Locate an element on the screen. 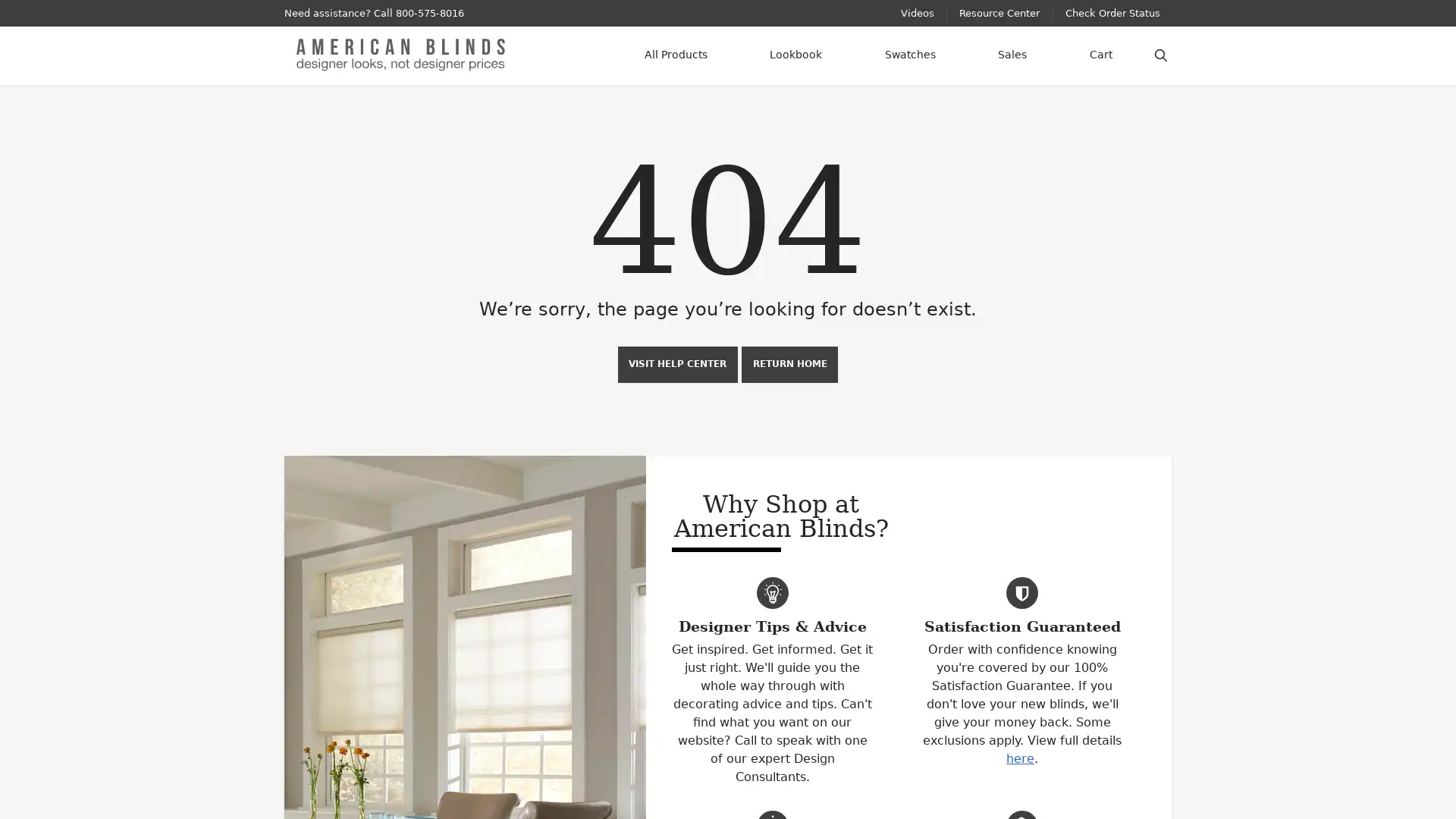 The width and height of the screenshot is (1456, 819). Search is located at coordinates (1160, 52).